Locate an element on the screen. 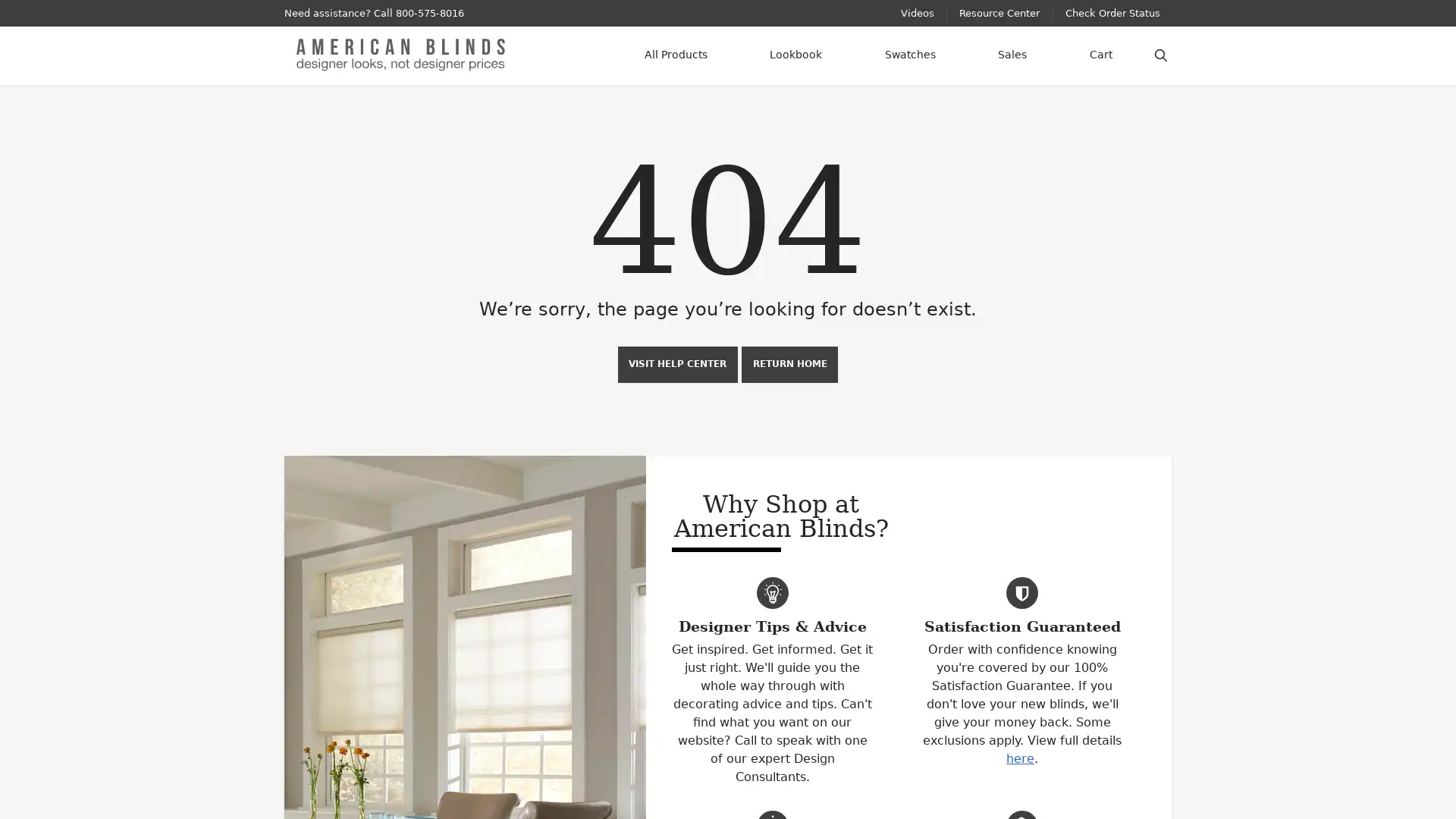 The width and height of the screenshot is (1456, 819). Search is located at coordinates (1160, 52).